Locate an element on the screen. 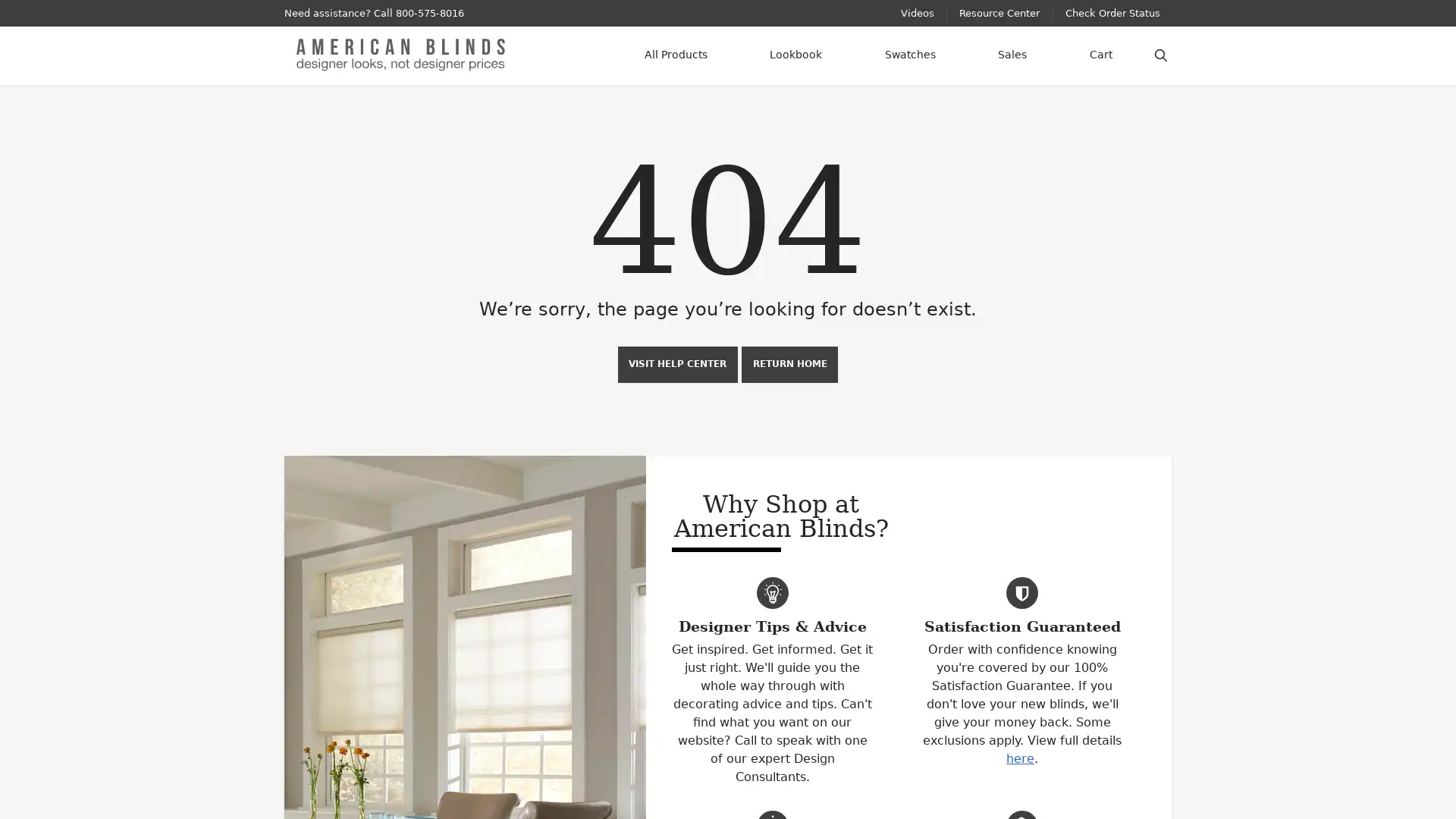 The width and height of the screenshot is (1456, 819). Search is located at coordinates (1160, 52).